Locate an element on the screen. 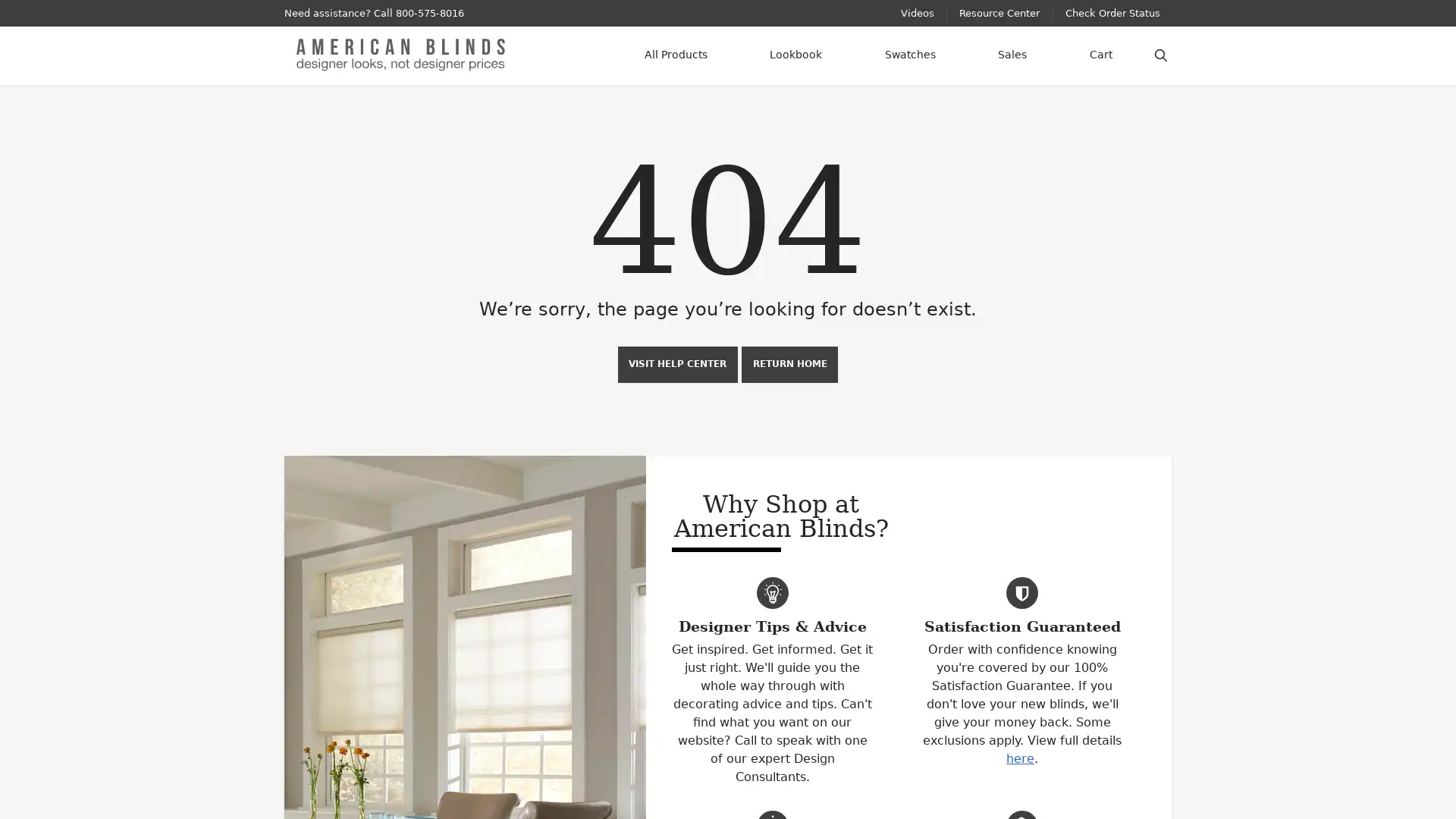 The width and height of the screenshot is (1456, 819). Search is located at coordinates (1160, 52).